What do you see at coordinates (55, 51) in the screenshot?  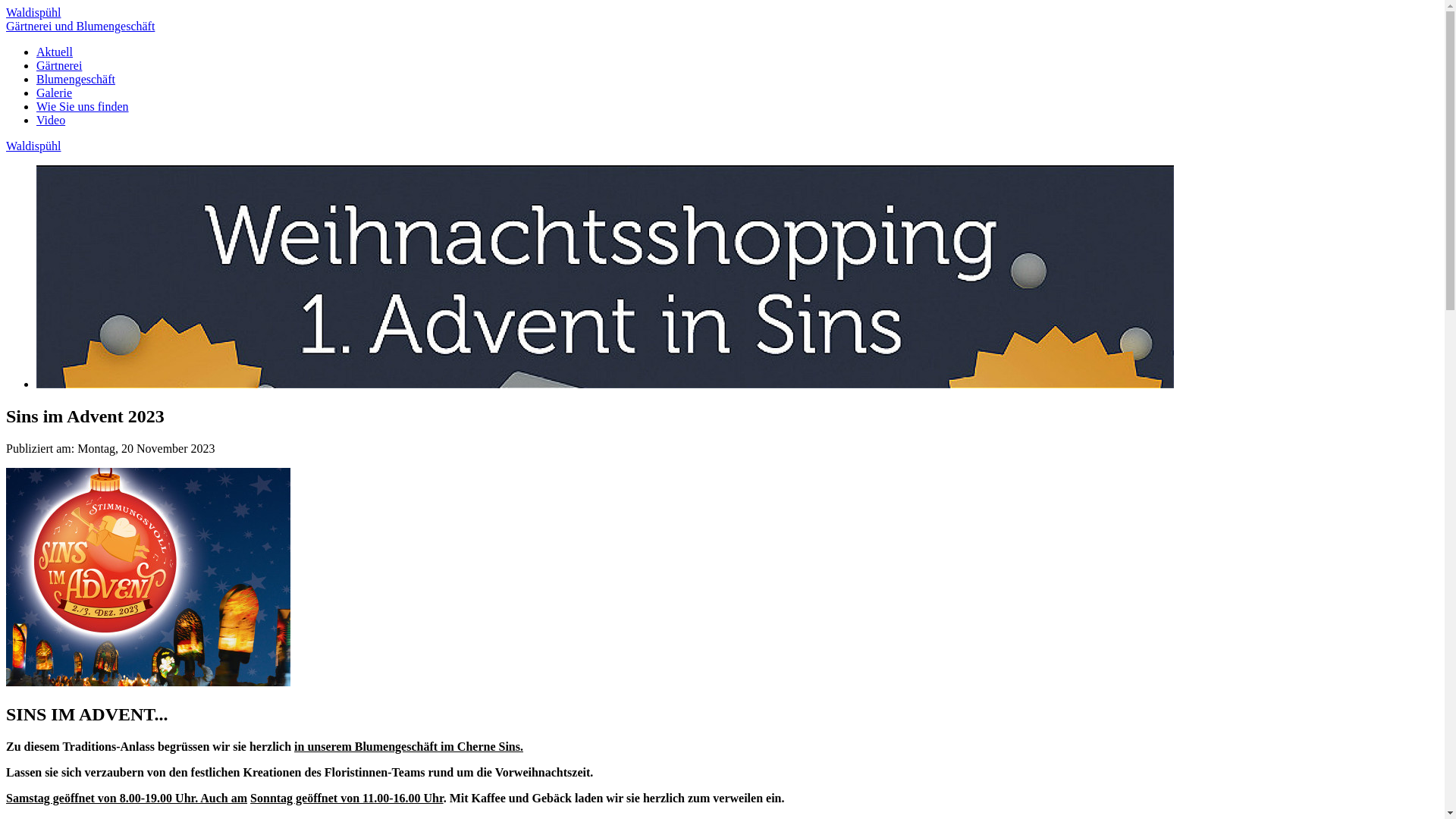 I see `'Aktuell'` at bounding box center [55, 51].